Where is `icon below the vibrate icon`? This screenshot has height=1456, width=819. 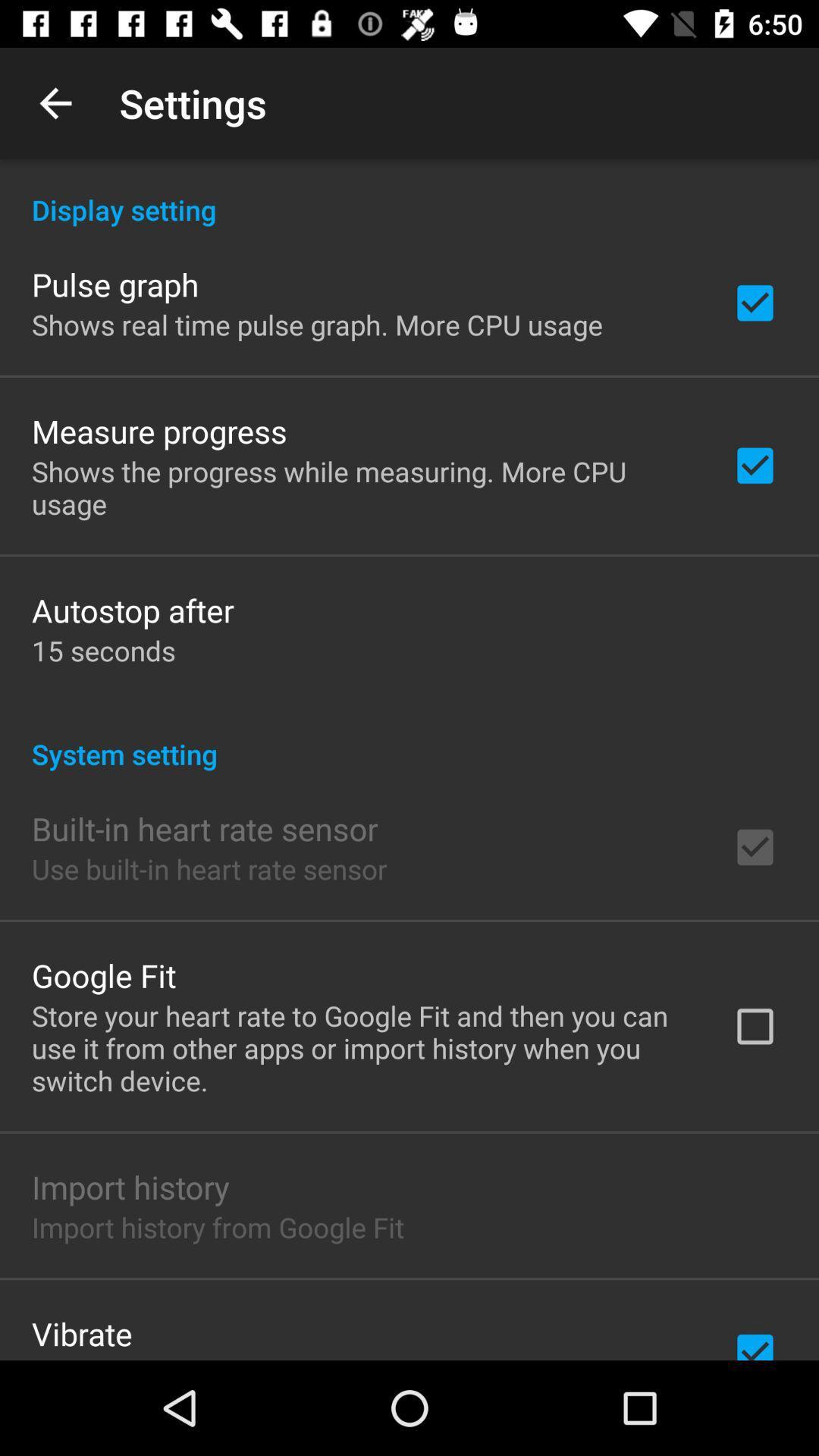
icon below the vibrate icon is located at coordinates (239, 1357).